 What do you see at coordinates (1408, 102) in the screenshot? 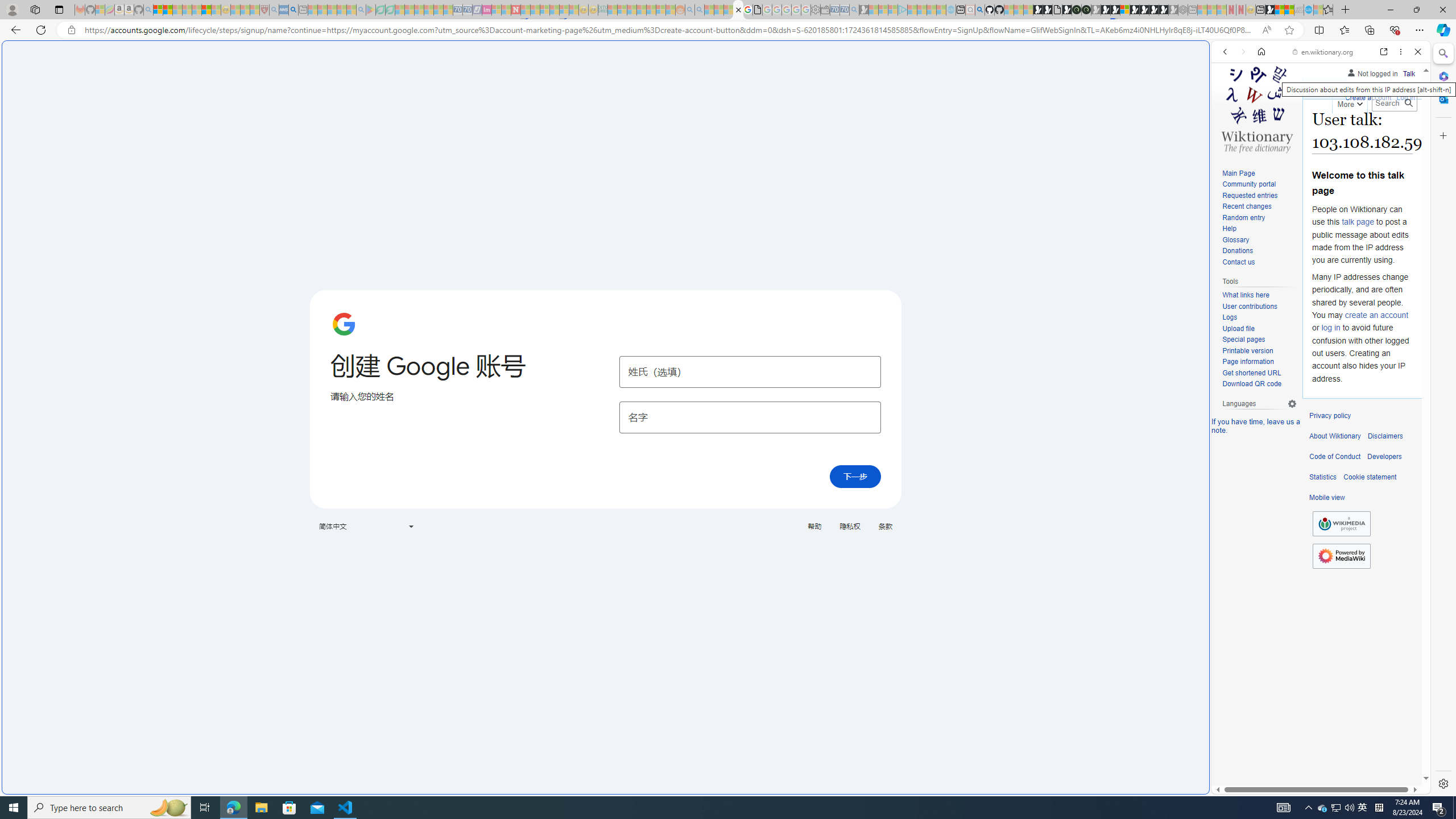
I see `'Go'` at bounding box center [1408, 102].